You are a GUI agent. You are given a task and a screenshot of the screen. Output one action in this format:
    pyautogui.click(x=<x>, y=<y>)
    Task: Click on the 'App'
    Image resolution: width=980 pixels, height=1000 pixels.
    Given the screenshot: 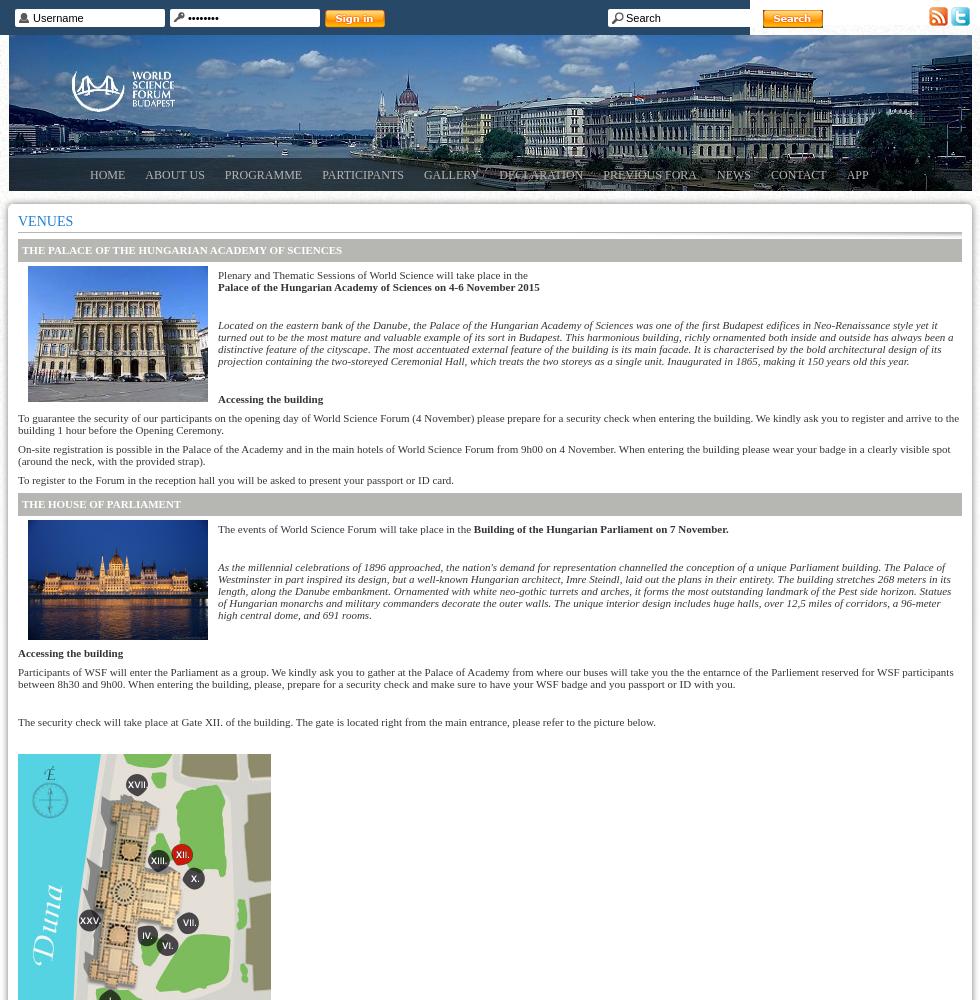 What is the action you would take?
    pyautogui.click(x=857, y=175)
    